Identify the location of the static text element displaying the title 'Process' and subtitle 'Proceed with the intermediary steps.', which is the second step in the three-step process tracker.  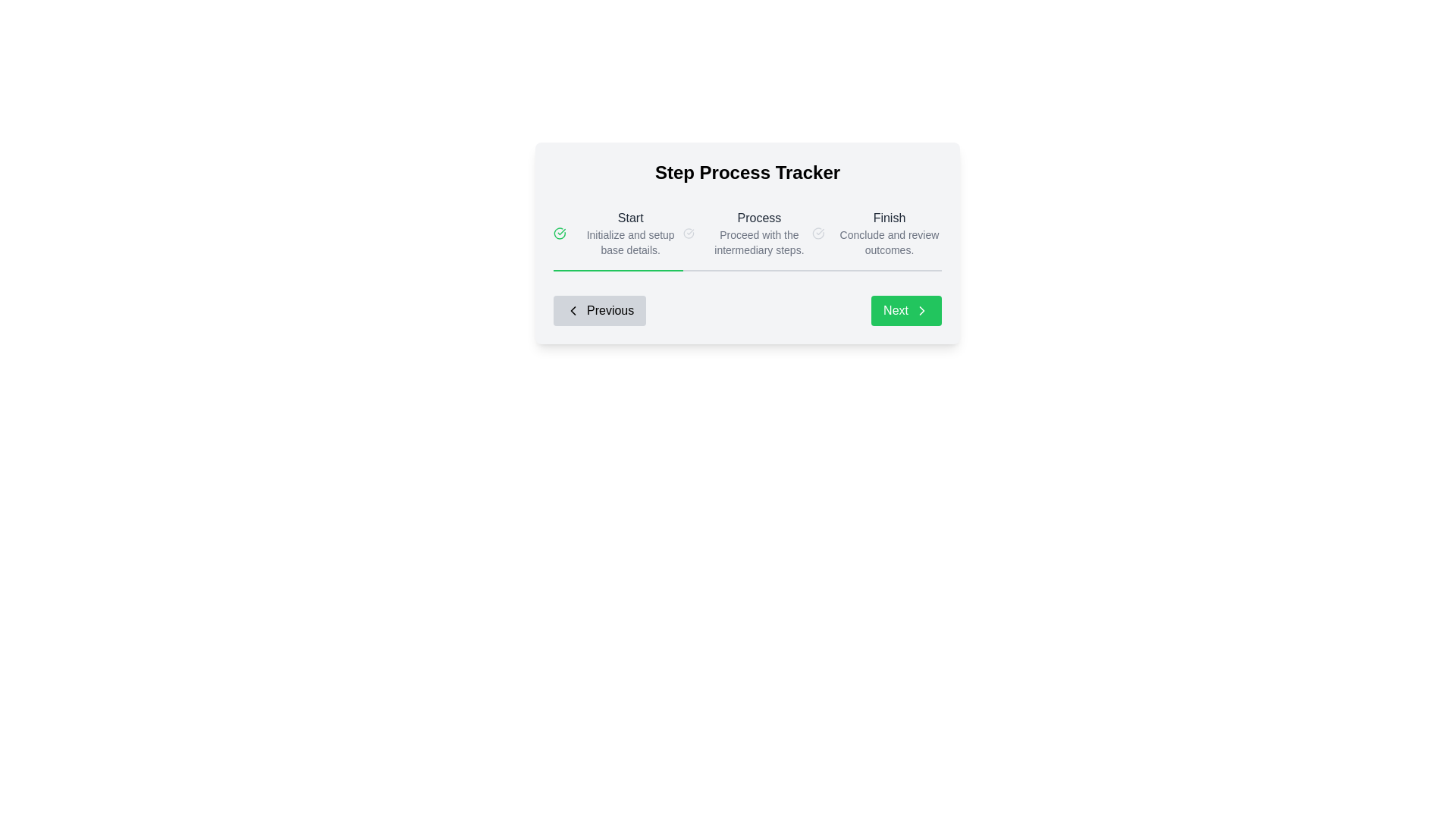
(759, 234).